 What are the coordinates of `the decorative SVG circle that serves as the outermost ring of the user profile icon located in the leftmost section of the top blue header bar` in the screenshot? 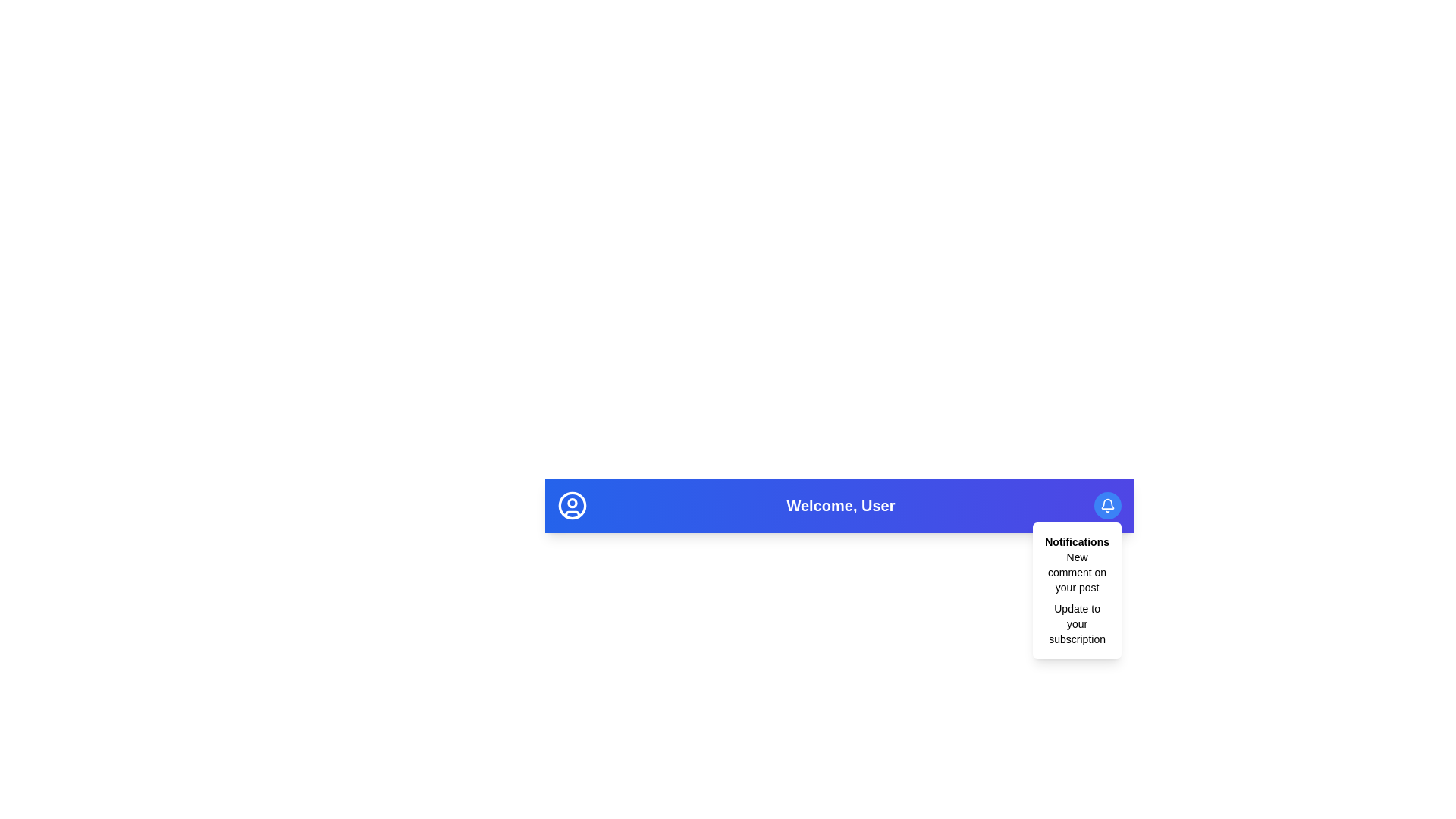 It's located at (571, 506).